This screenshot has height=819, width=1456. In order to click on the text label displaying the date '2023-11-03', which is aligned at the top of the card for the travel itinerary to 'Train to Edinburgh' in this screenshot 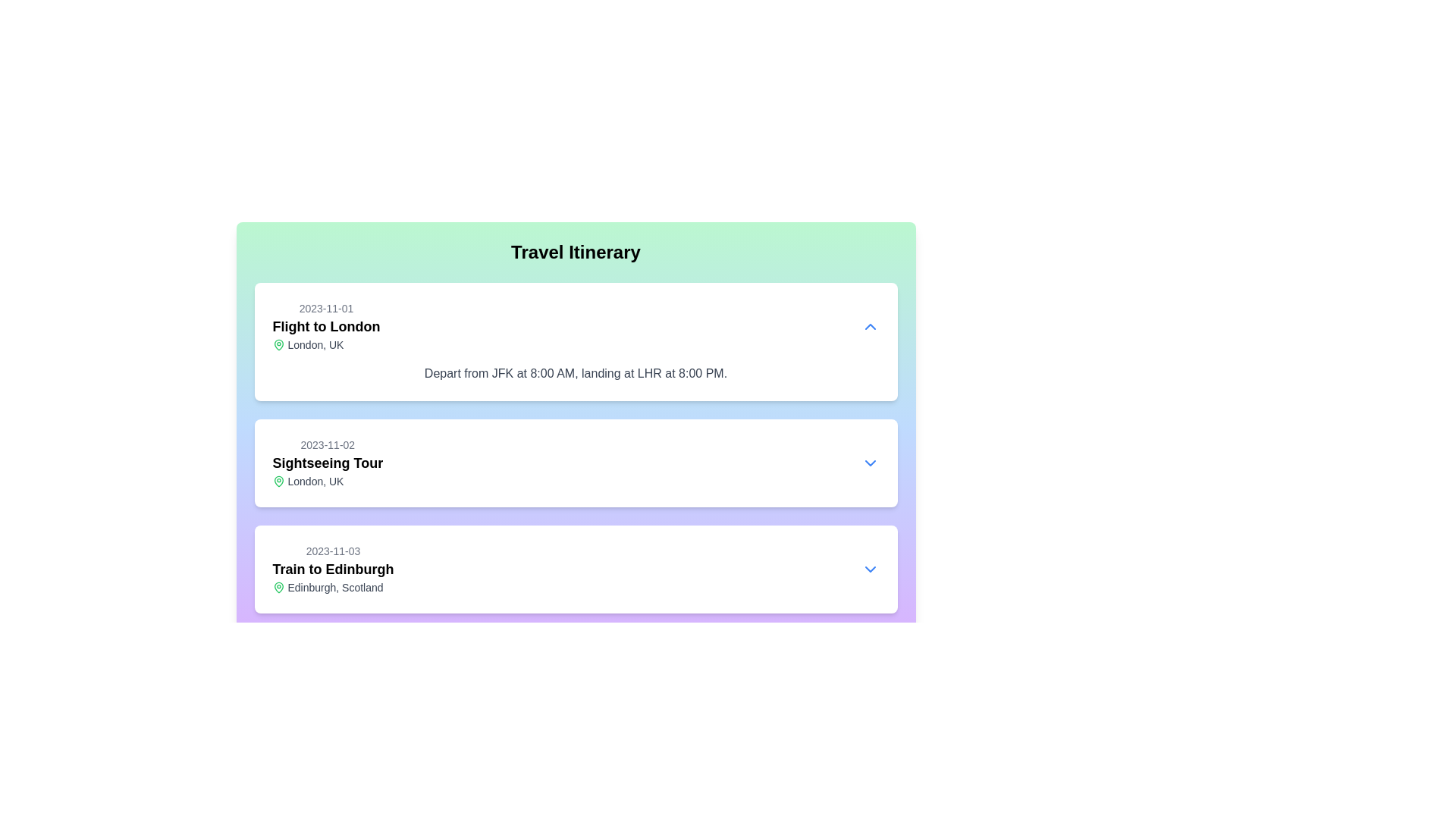, I will do `click(332, 551)`.